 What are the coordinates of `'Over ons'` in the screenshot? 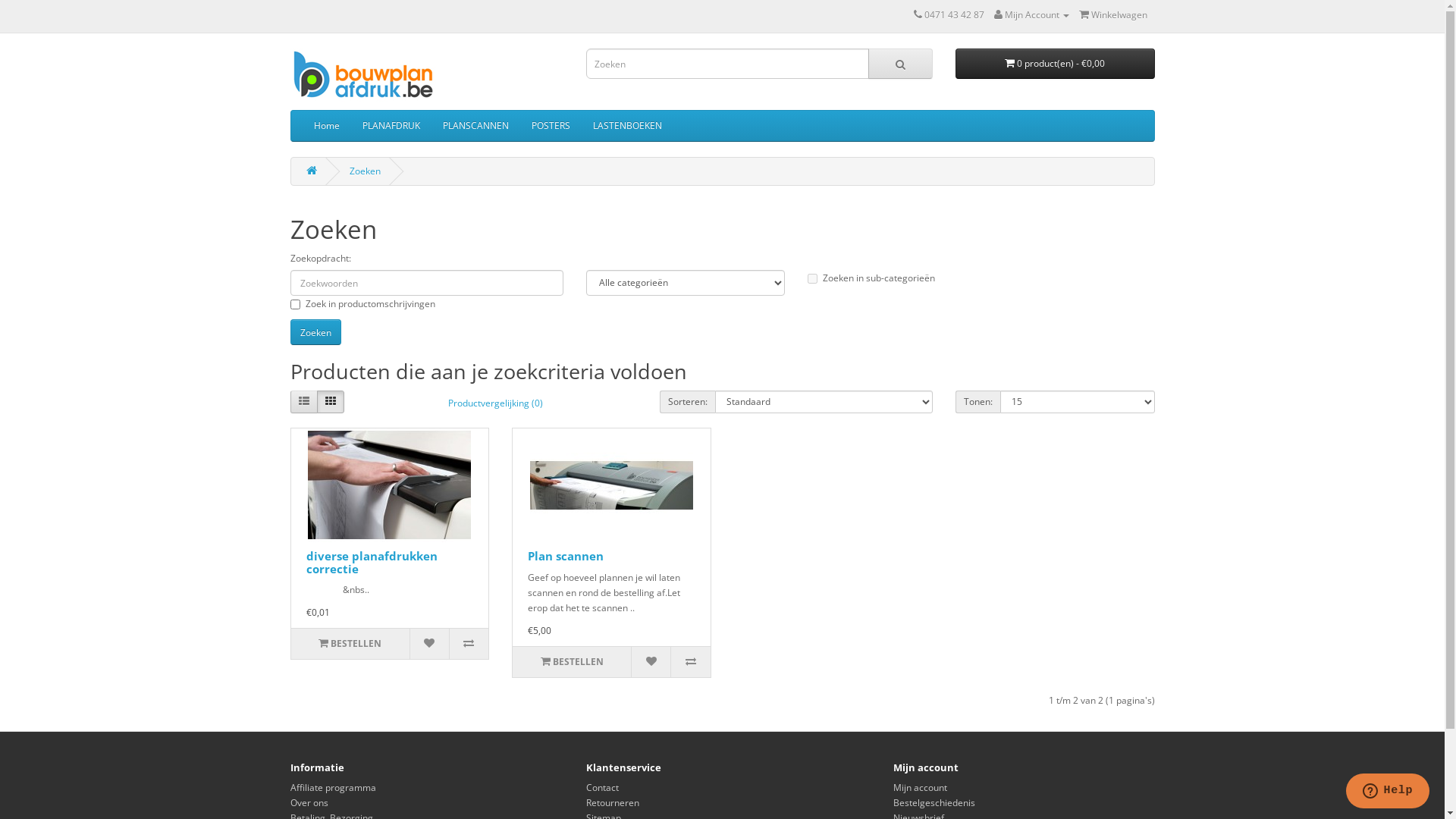 It's located at (308, 802).